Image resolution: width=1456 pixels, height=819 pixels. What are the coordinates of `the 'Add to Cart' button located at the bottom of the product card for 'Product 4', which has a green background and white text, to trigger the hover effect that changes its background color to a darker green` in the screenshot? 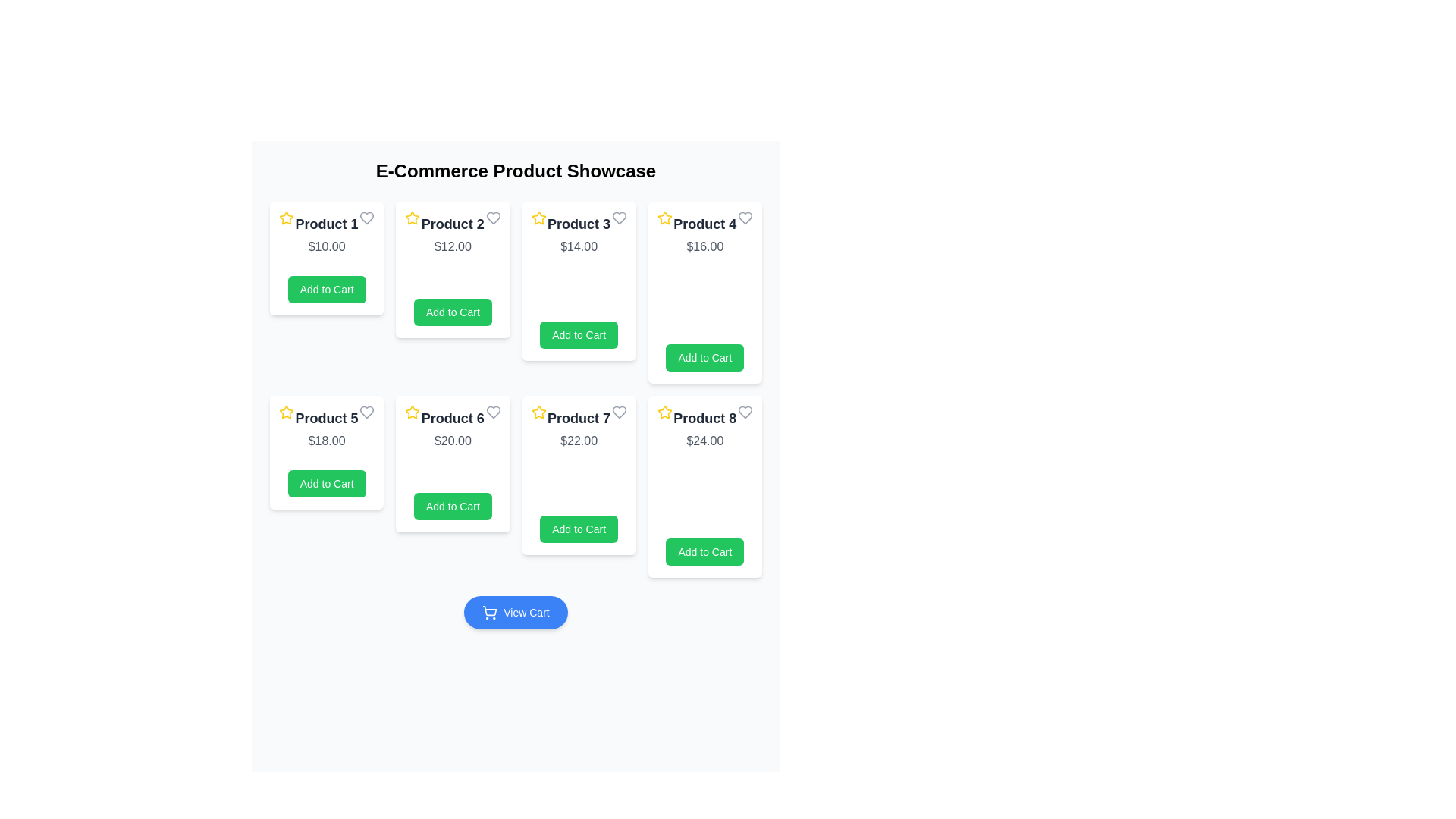 It's located at (704, 357).